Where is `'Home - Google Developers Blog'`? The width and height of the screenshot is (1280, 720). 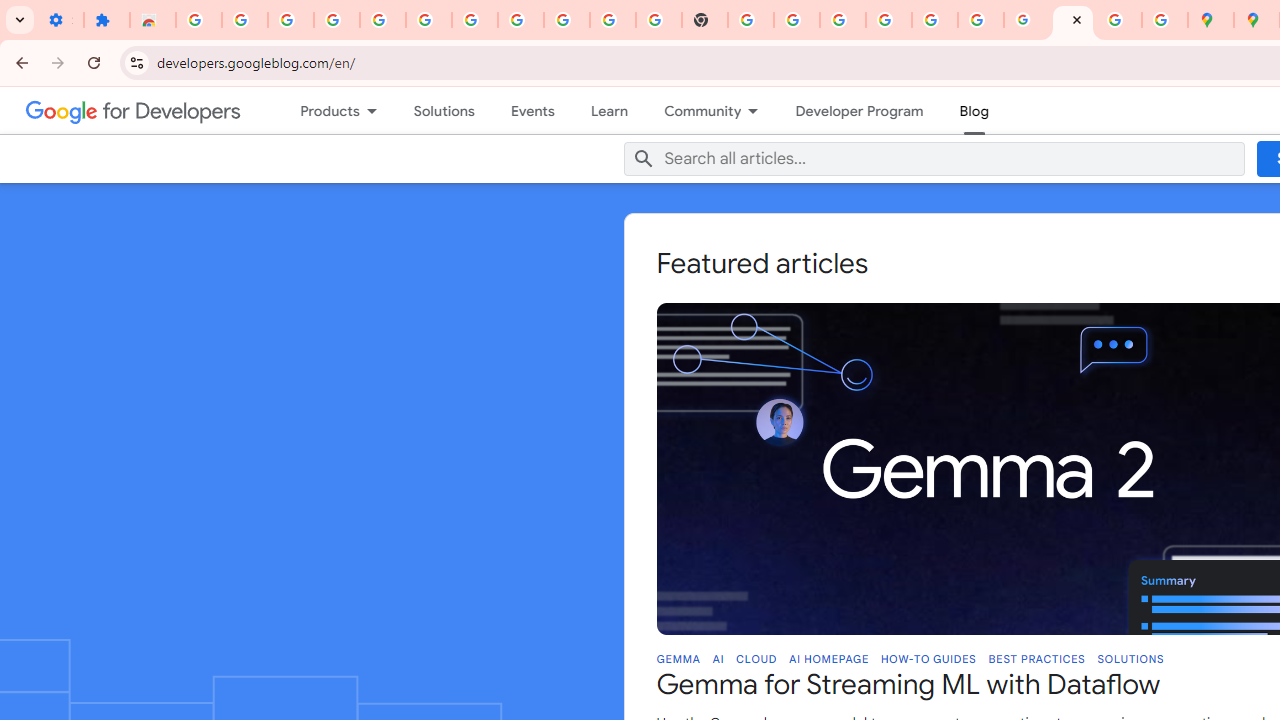 'Home - Google Developers Blog' is located at coordinates (1071, 20).